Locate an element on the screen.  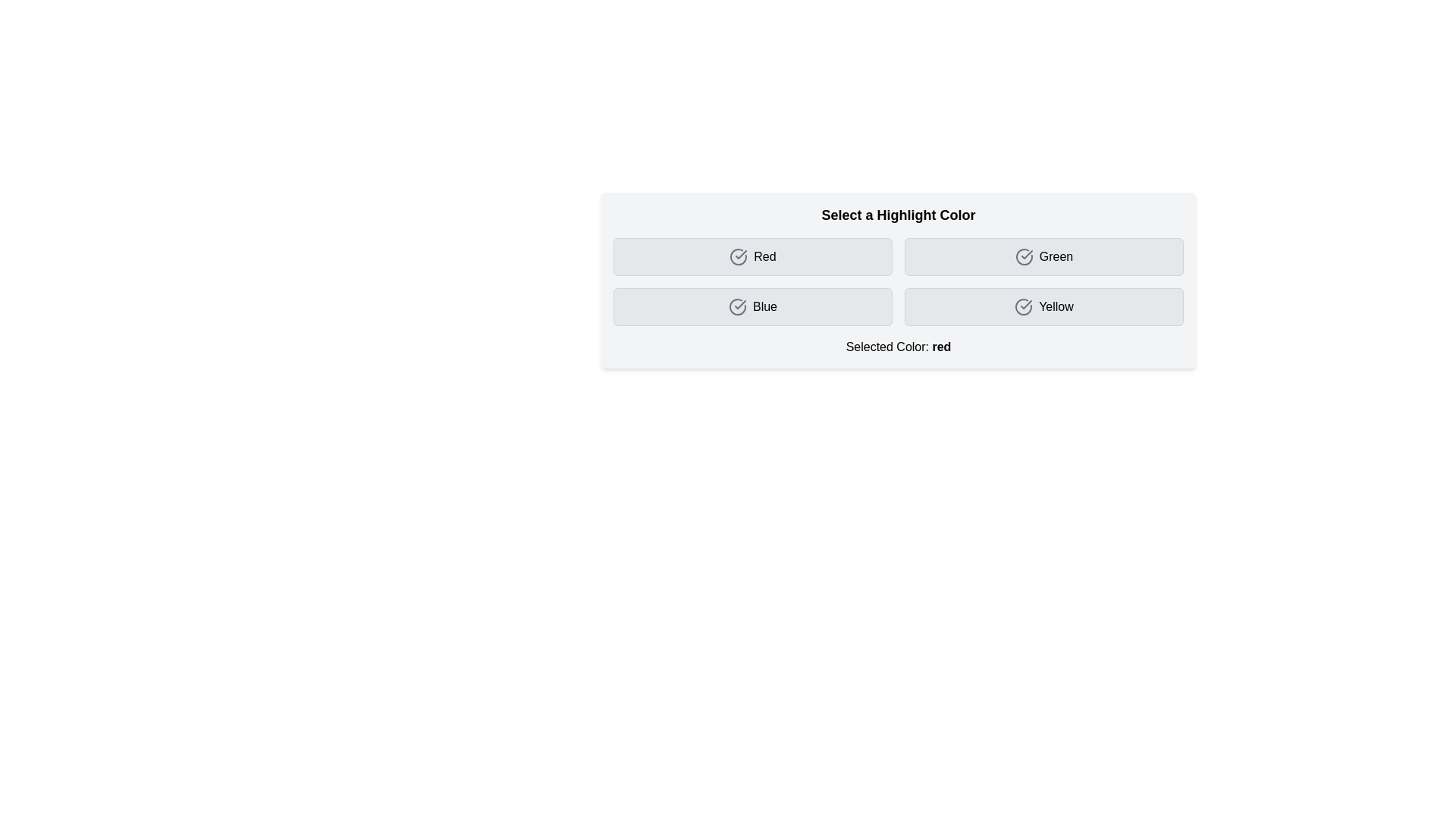
the button corresponding to the color Green is located at coordinates (1043, 256).